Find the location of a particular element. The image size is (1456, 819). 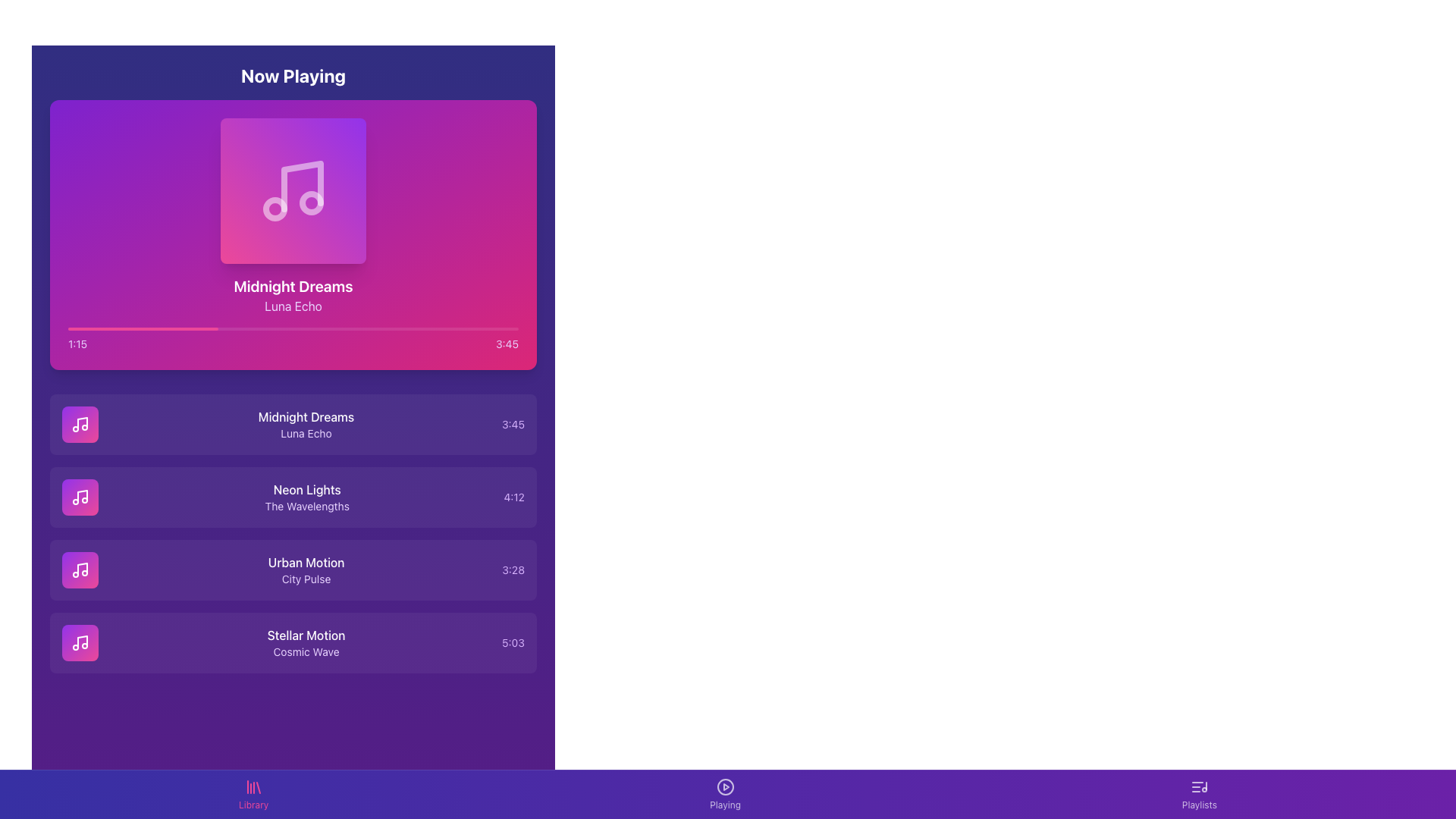

text 'Midnight Dreams' displayed in a large, bold font style, which is centered above the text 'Luna Echo' in the central part of the interface is located at coordinates (293, 287).